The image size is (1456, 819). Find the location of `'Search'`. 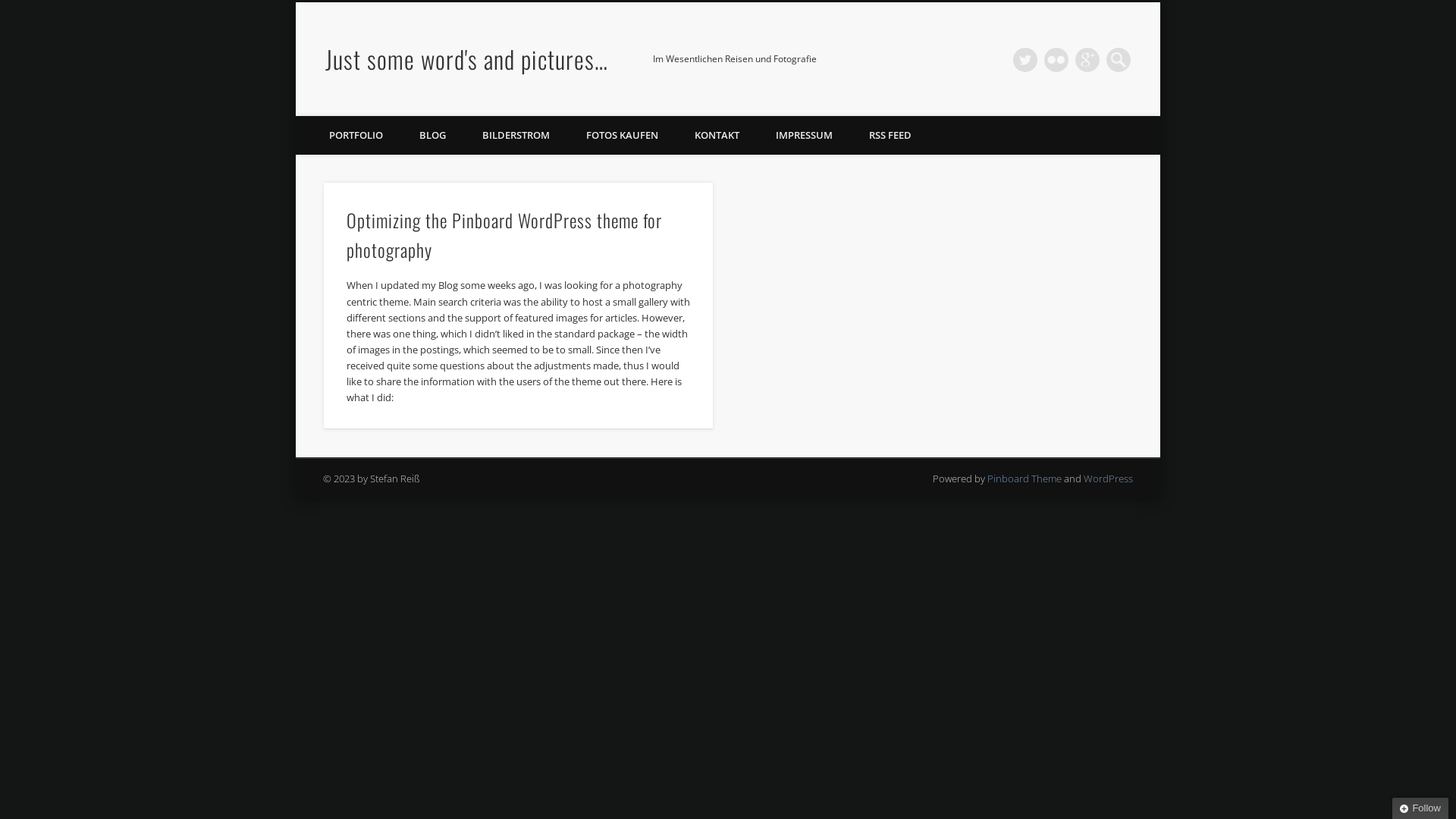

'Search' is located at coordinates (11, 8).